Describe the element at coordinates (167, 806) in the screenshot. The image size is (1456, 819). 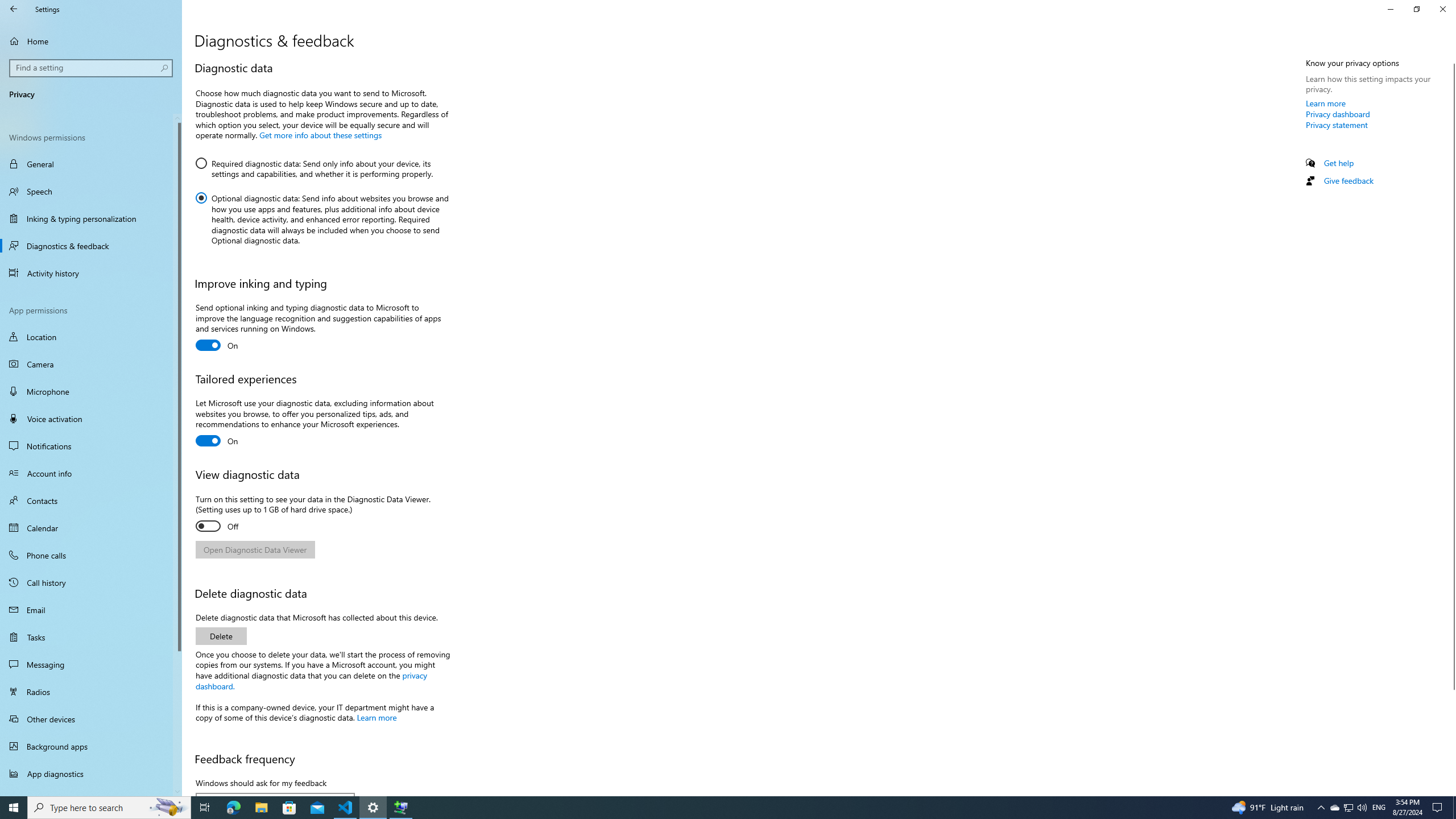
I see `'Search highlights icon opens search home window'` at that location.